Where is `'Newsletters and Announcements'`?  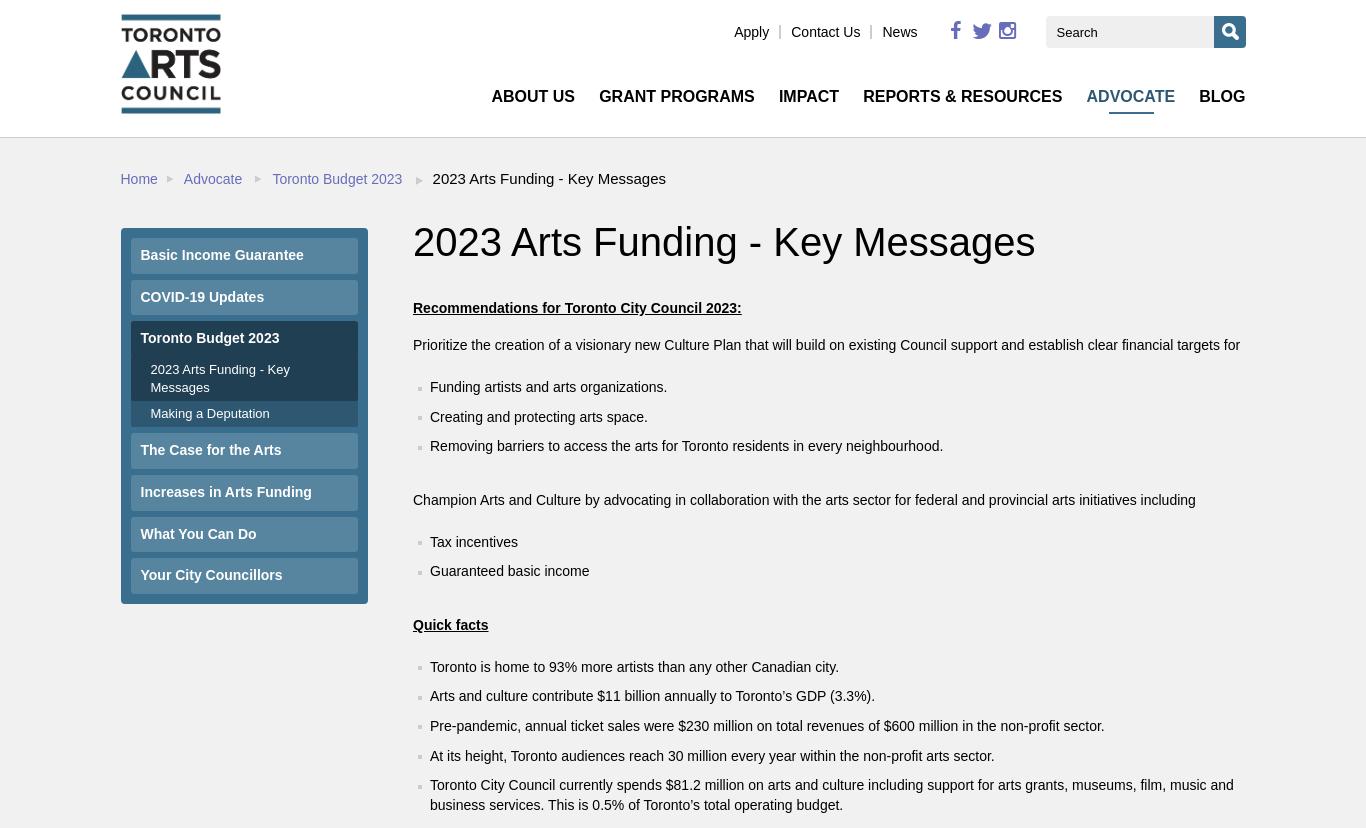 'Newsletters and Announcements' is located at coordinates (911, 298).